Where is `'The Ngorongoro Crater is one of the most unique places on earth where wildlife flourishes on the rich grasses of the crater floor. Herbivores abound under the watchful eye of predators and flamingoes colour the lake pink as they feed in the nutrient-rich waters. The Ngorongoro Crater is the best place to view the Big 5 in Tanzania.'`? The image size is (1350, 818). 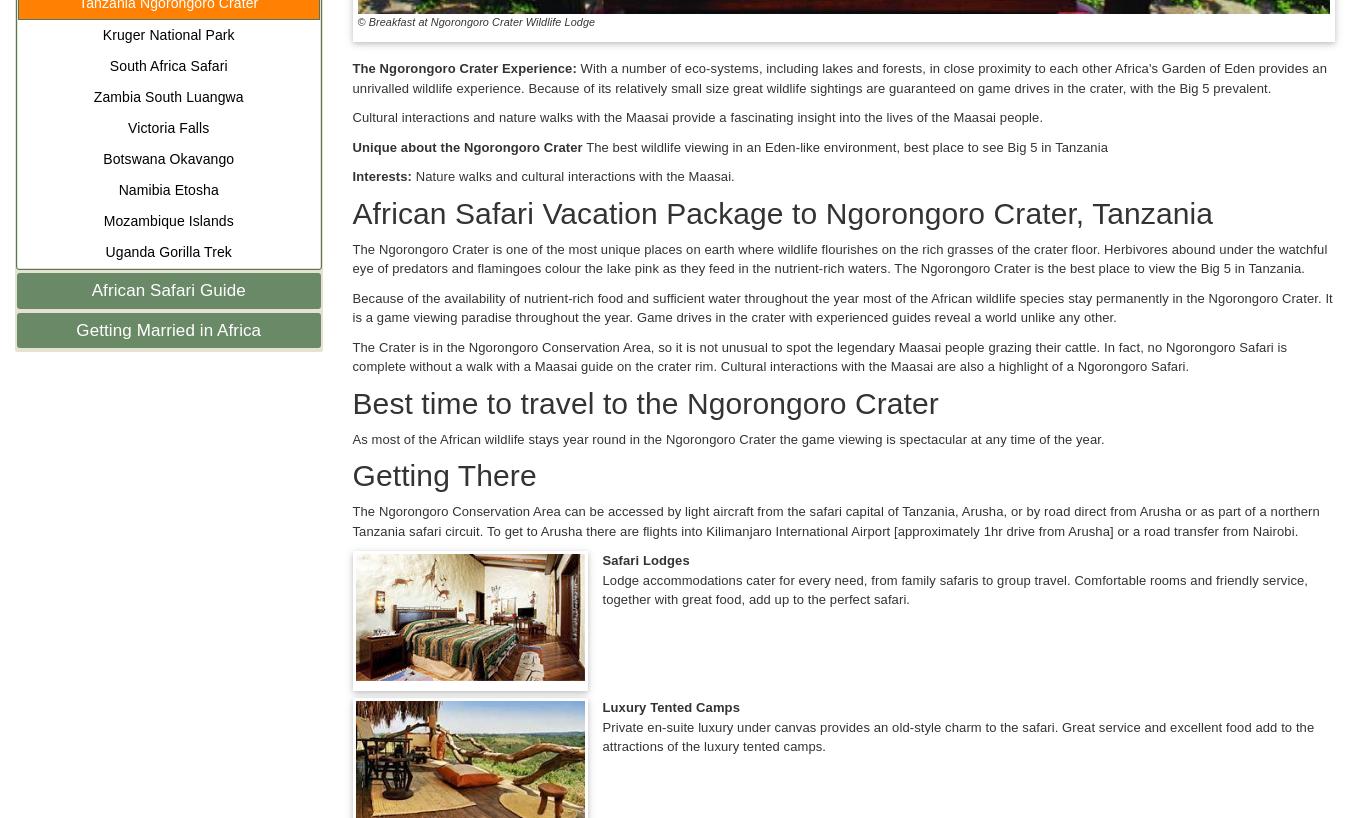
'The Ngorongoro Crater is one of the most unique places on earth where wildlife flourishes on the rich grasses of the crater floor. Herbivores abound under the watchful eye of predators and flamingoes colour the lake pink as they feed in the nutrient-rich waters. The Ngorongoro Crater is the best place to view the Big 5 in Tanzania.' is located at coordinates (839, 258).